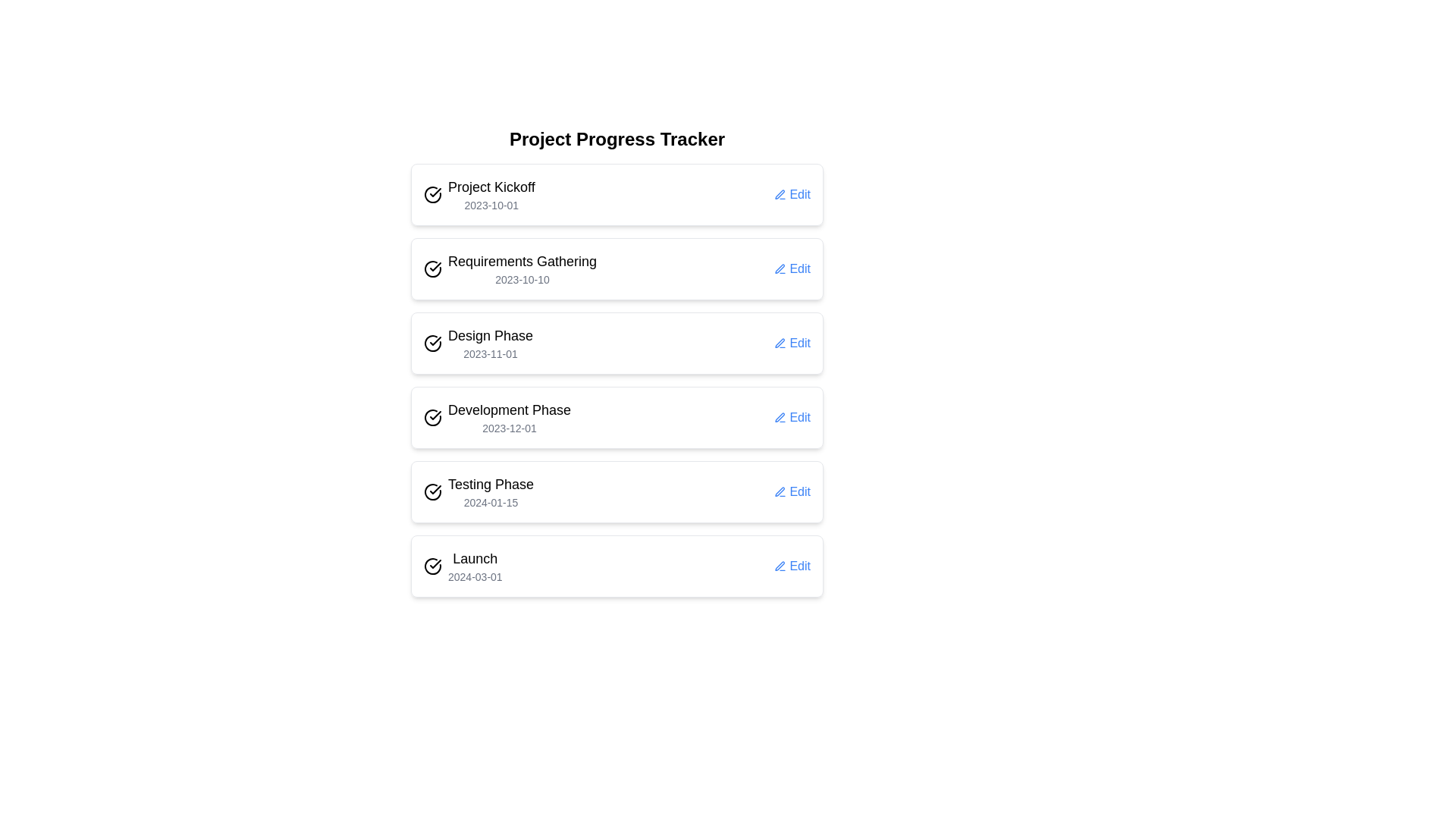 The height and width of the screenshot is (819, 1456). I want to click on the text label that serves as a title for the associated task in the project management timeline, located between 'Requirements Gathering' and 'Development Phase', so click(491, 335).